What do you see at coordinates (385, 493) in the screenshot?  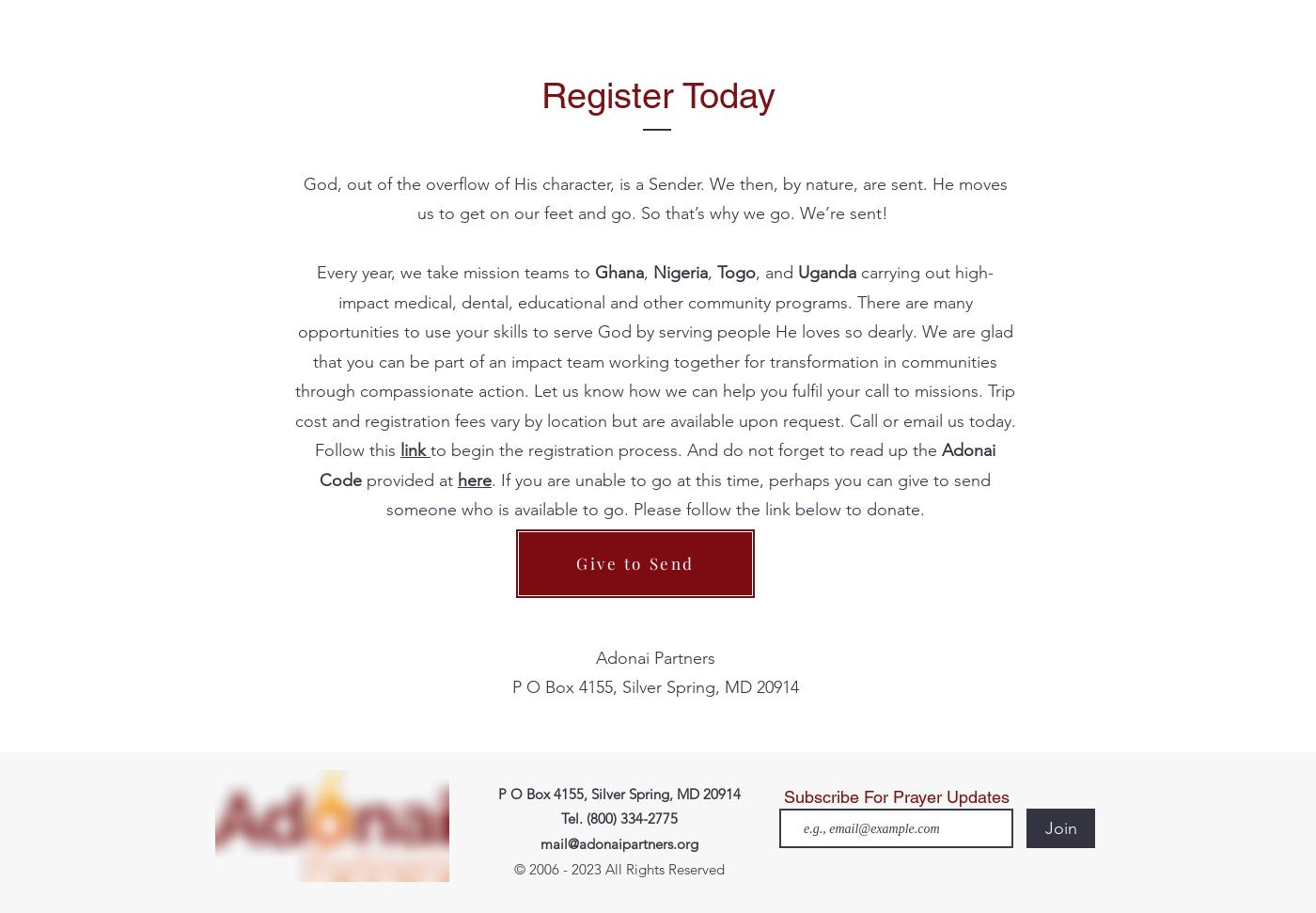 I see `'. If you are unable to go at this time, perhaps you can give to send someone who is available to go. Please follow the link below to donate.'` at bounding box center [385, 493].